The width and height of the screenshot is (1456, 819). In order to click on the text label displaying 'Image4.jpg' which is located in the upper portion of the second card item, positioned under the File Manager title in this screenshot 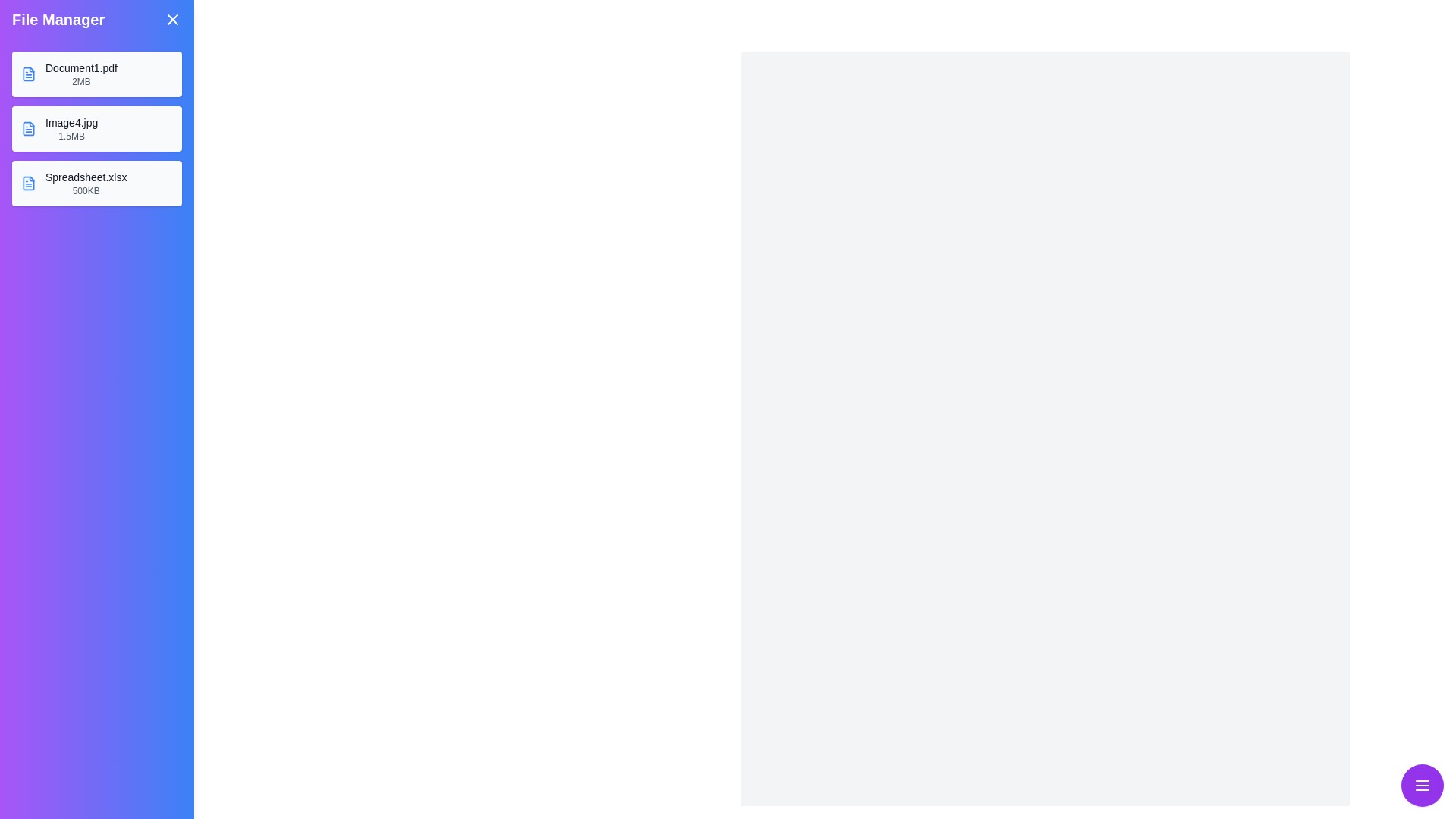, I will do `click(71, 122)`.